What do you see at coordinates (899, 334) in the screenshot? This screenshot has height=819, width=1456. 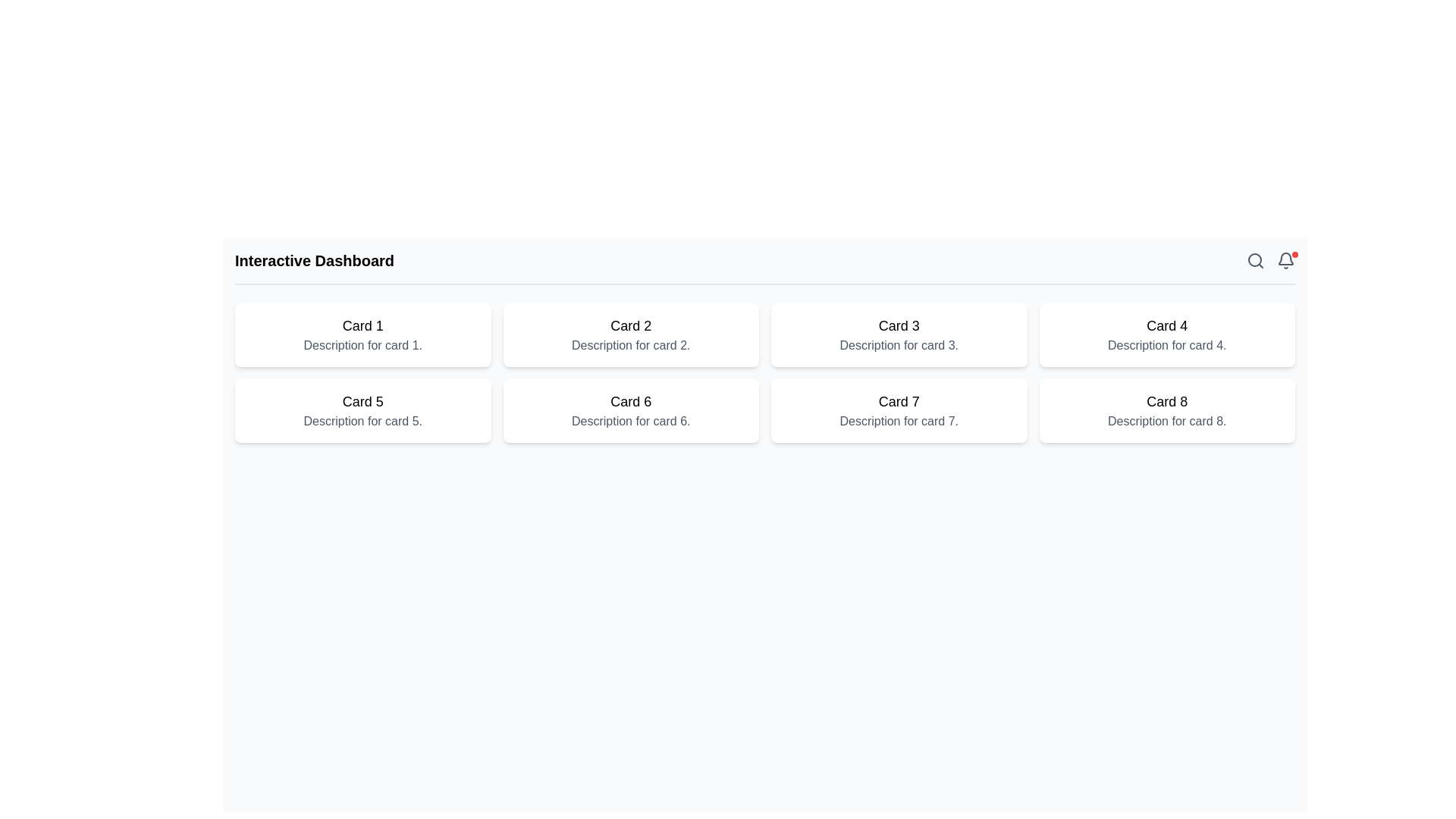 I see `the third card in the grid layout, which displays a title and description, located in the first row and third column` at bounding box center [899, 334].